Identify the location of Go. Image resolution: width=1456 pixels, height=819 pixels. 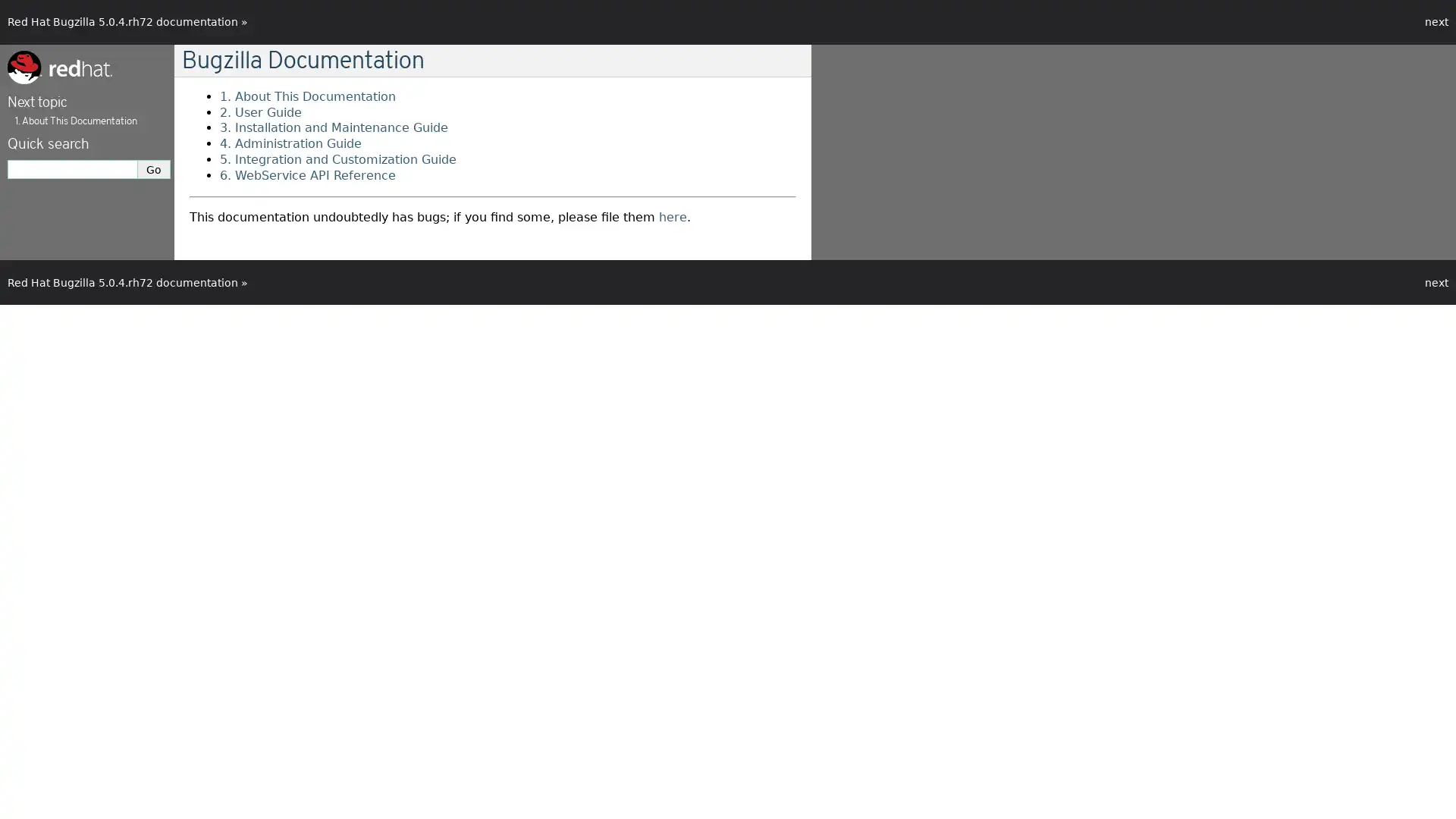
(154, 169).